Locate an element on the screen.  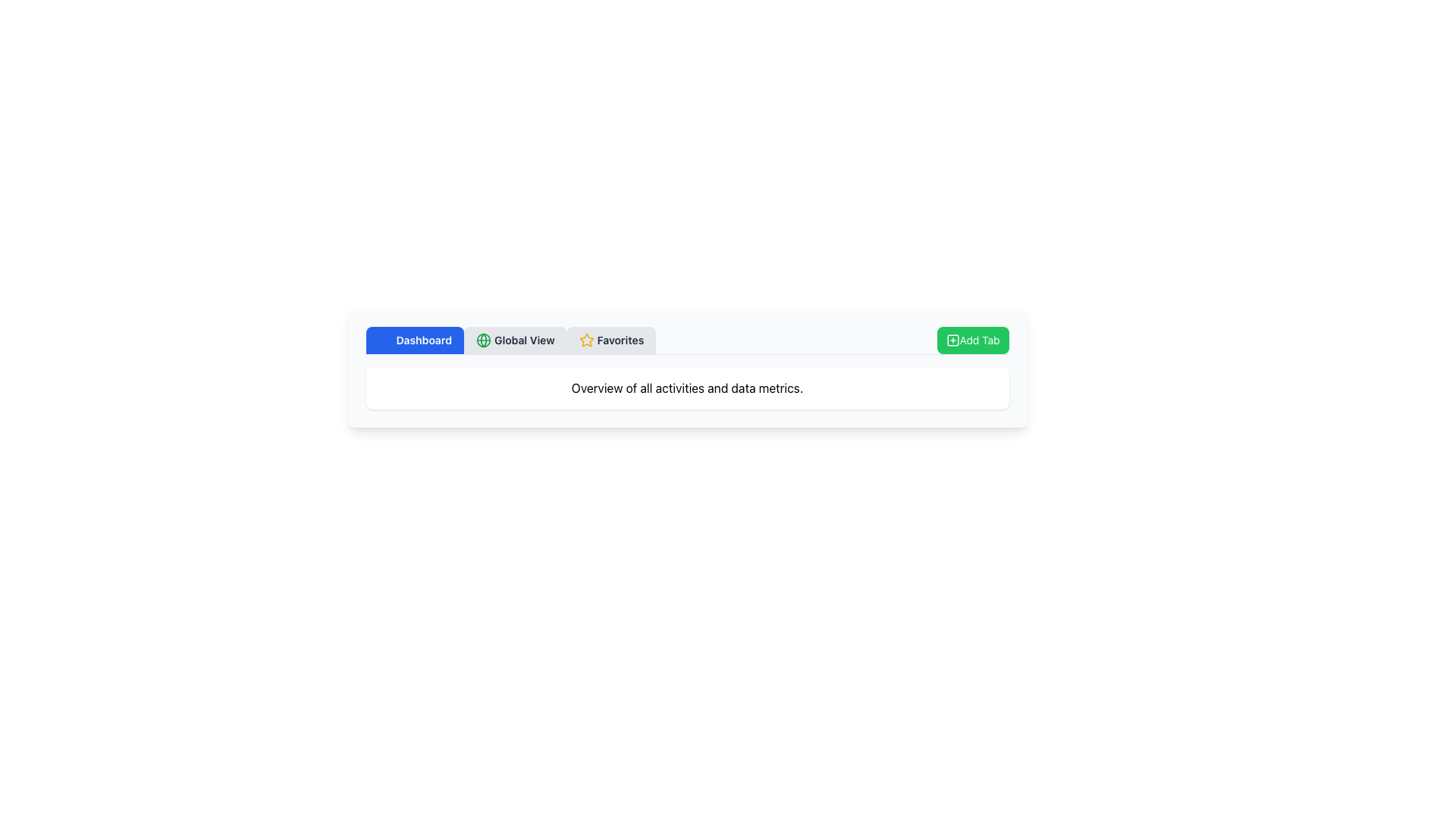
the rightmost button in the navigation row is located at coordinates (973, 339).